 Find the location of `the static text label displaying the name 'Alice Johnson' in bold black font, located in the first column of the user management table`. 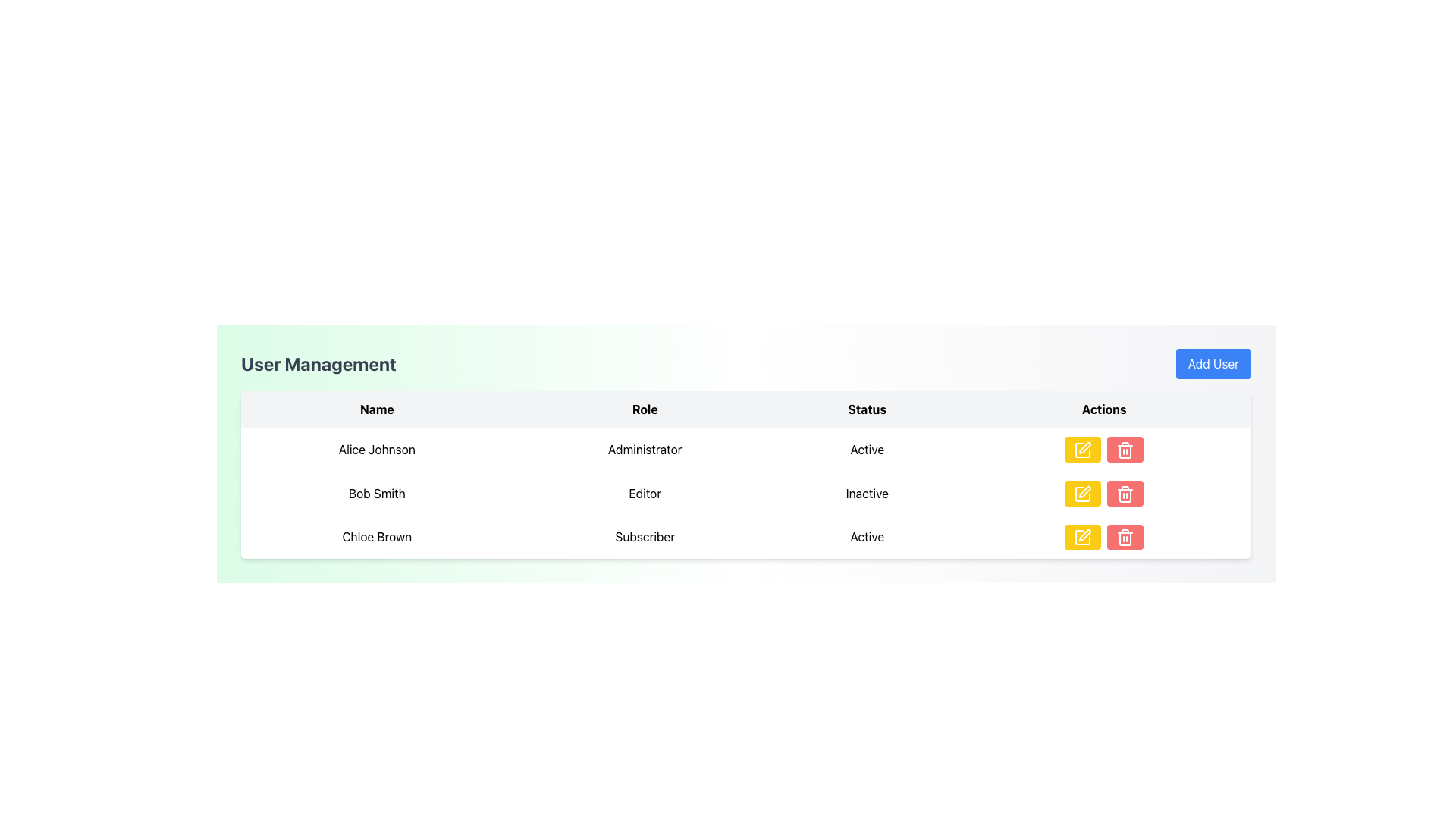

the static text label displaying the name 'Alice Johnson' in bold black font, located in the first column of the user management table is located at coordinates (377, 448).